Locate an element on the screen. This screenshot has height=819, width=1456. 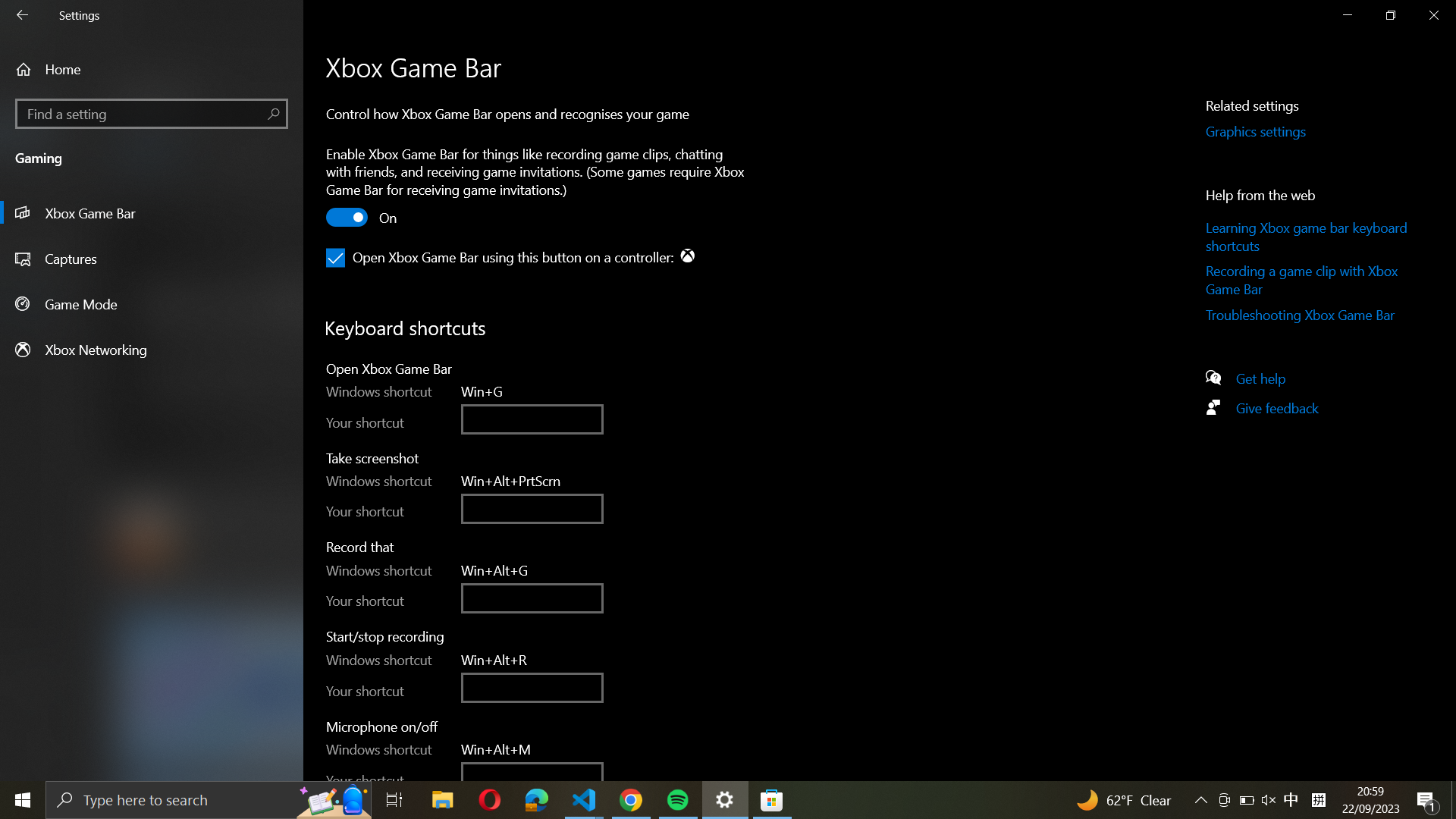
the "Get Help" page is located at coordinates (1267, 376).